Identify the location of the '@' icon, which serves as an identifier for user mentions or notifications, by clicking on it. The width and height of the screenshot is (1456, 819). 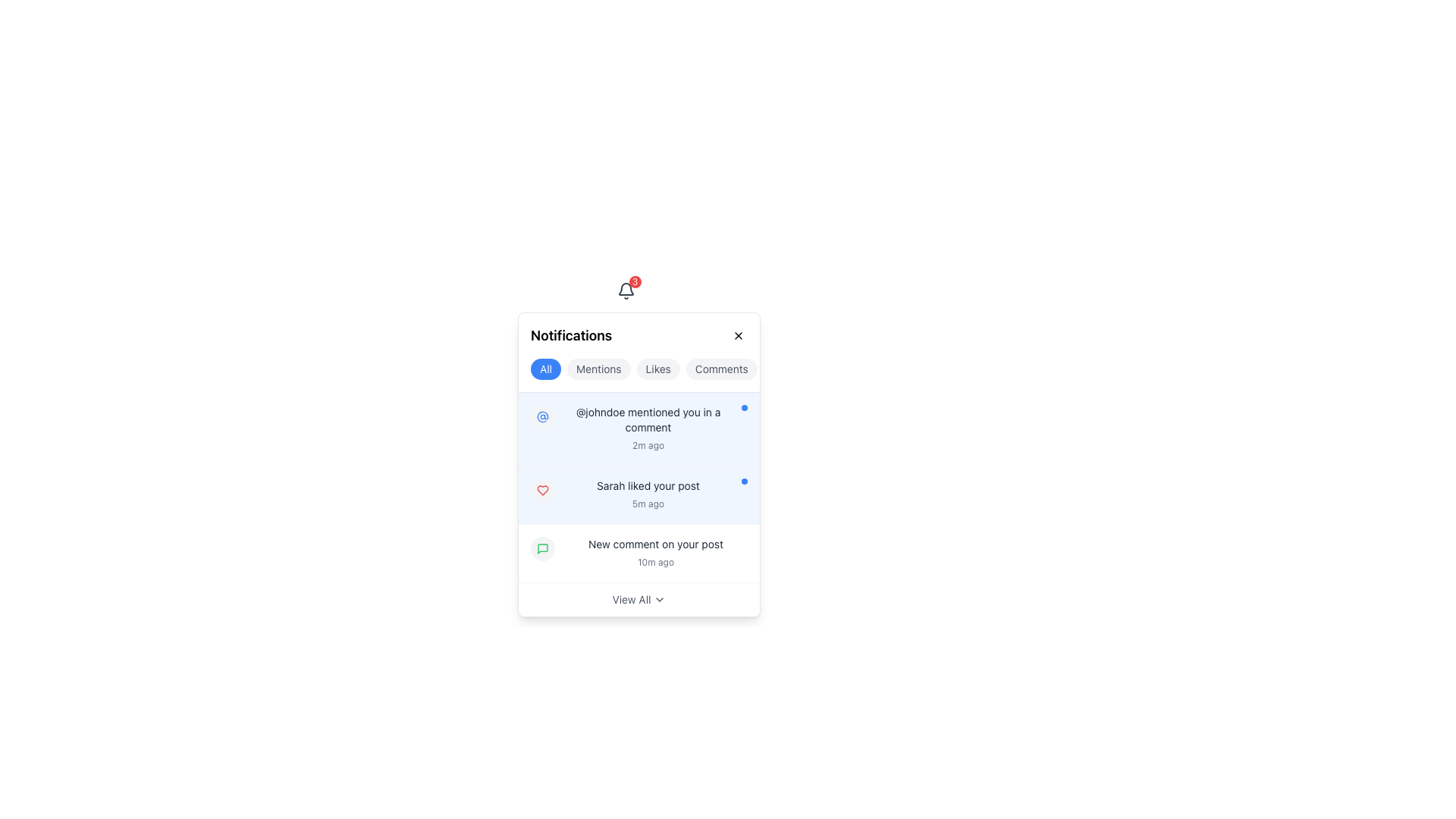
(542, 417).